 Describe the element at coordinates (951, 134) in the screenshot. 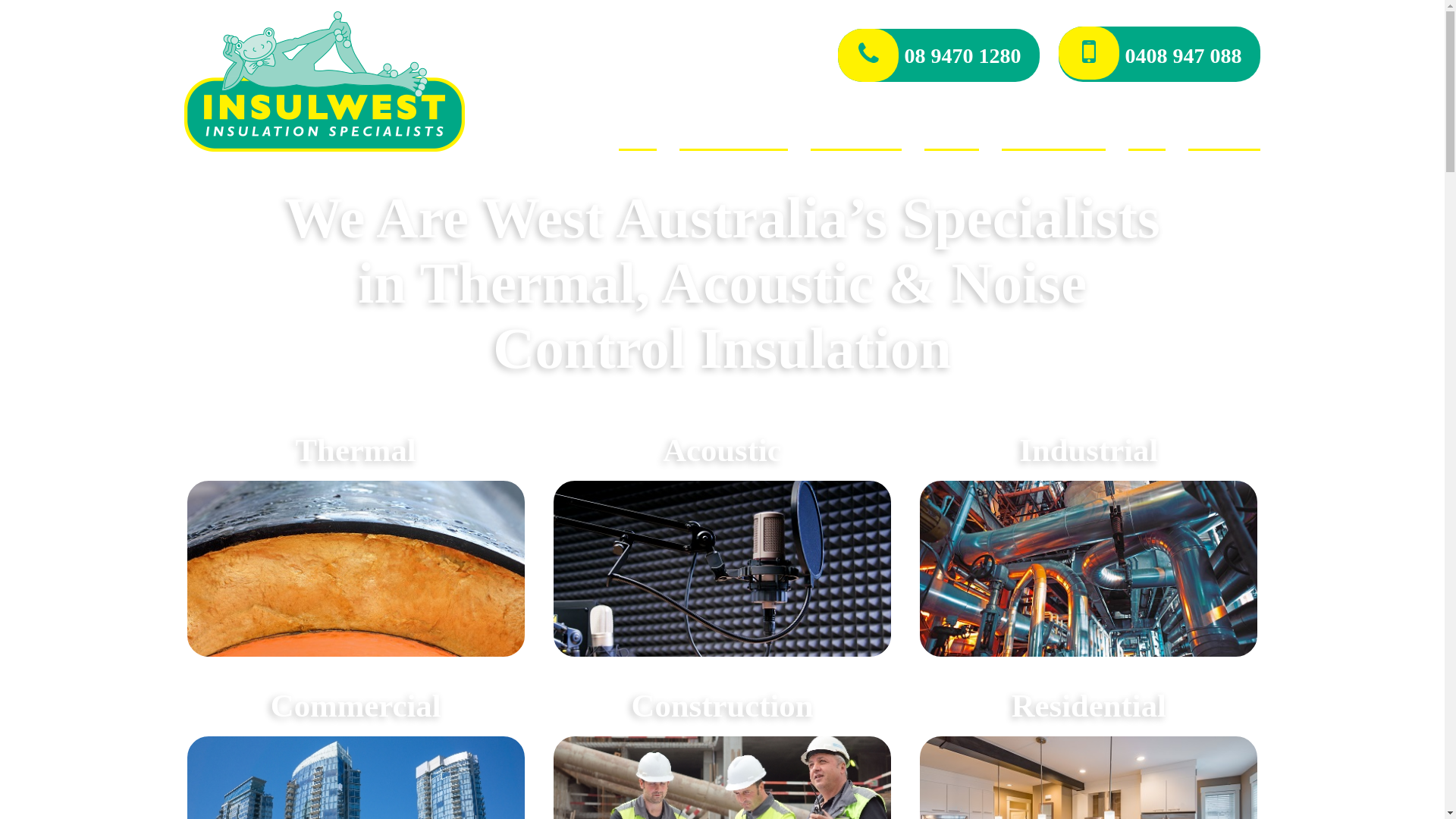

I see `'Types'` at that location.